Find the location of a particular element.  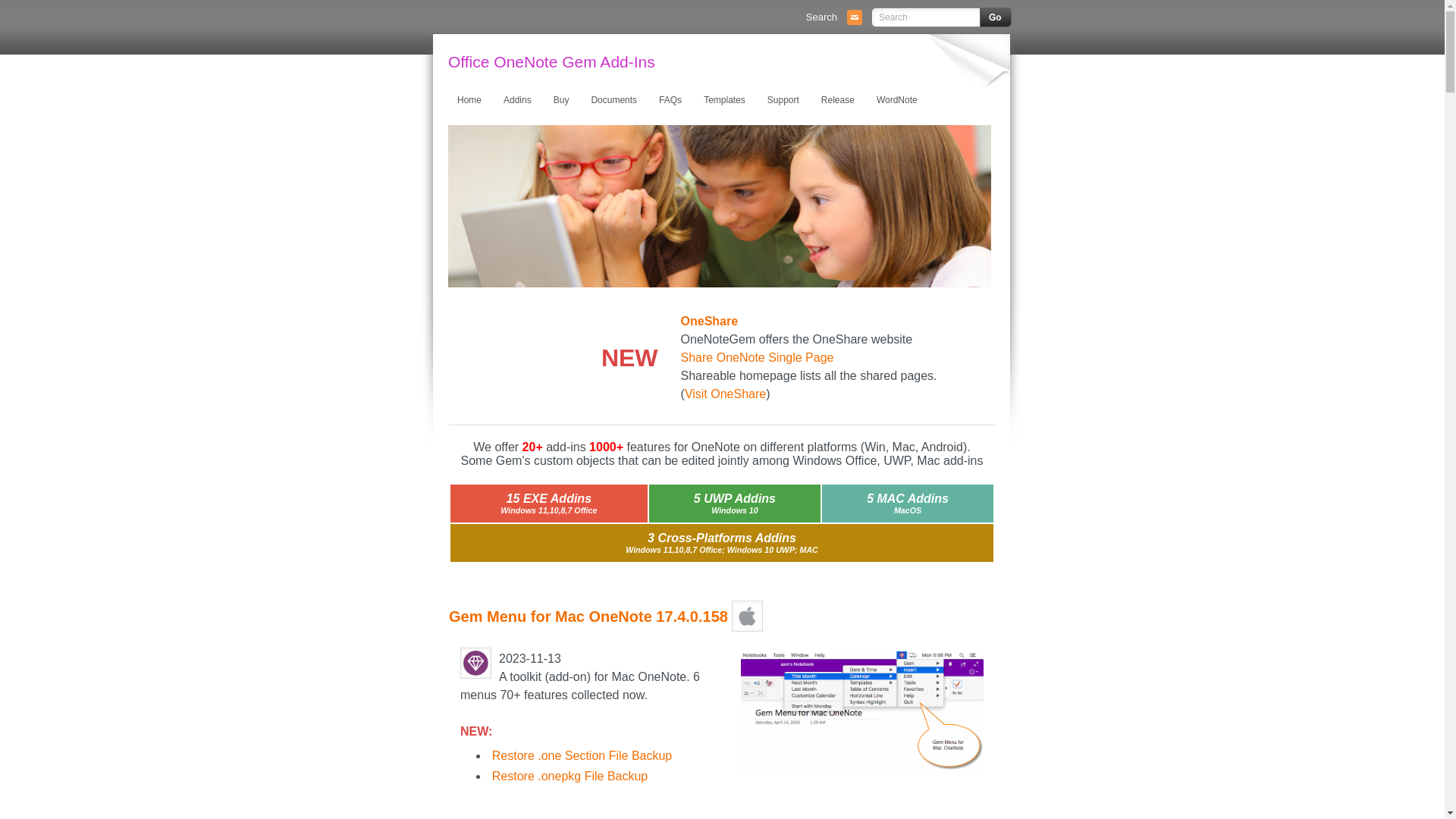

'Addins' is located at coordinates (516, 99).